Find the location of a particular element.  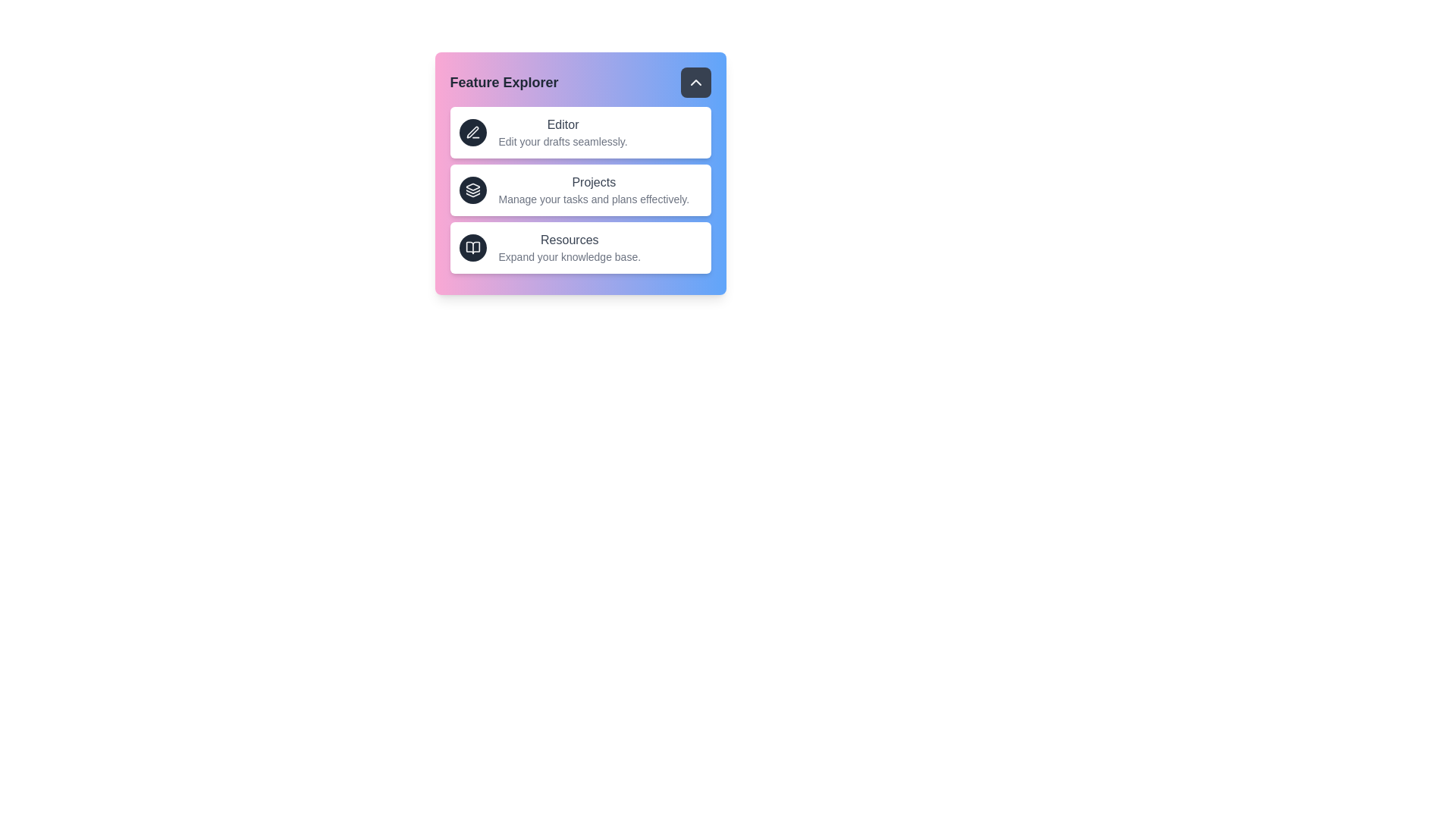

the menu item to read its description is located at coordinates (579, 131).